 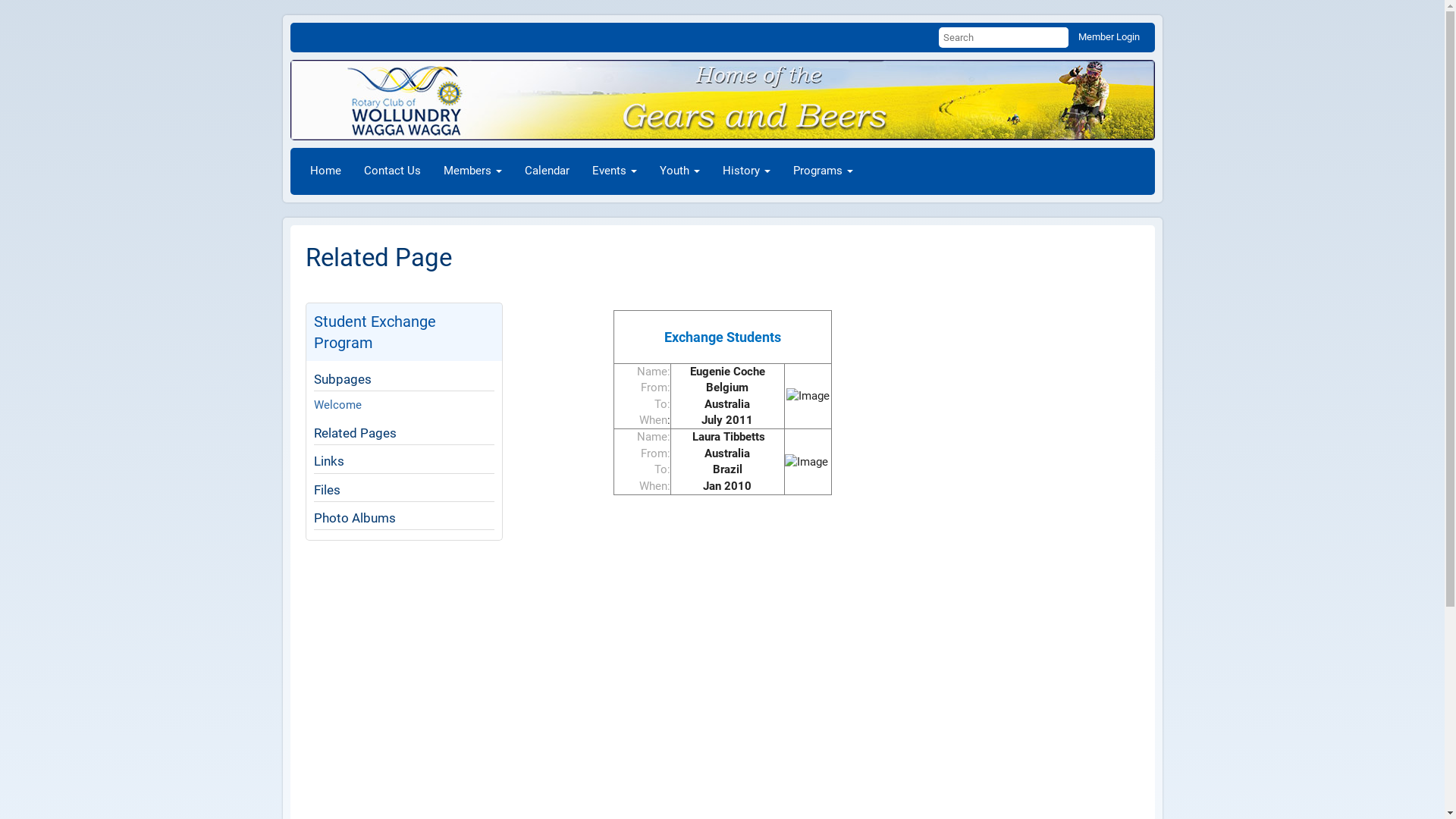 What do you see at coordinates (614, 171) in the screenshot?
I see `'Events'` at bounding box center [614, 171].